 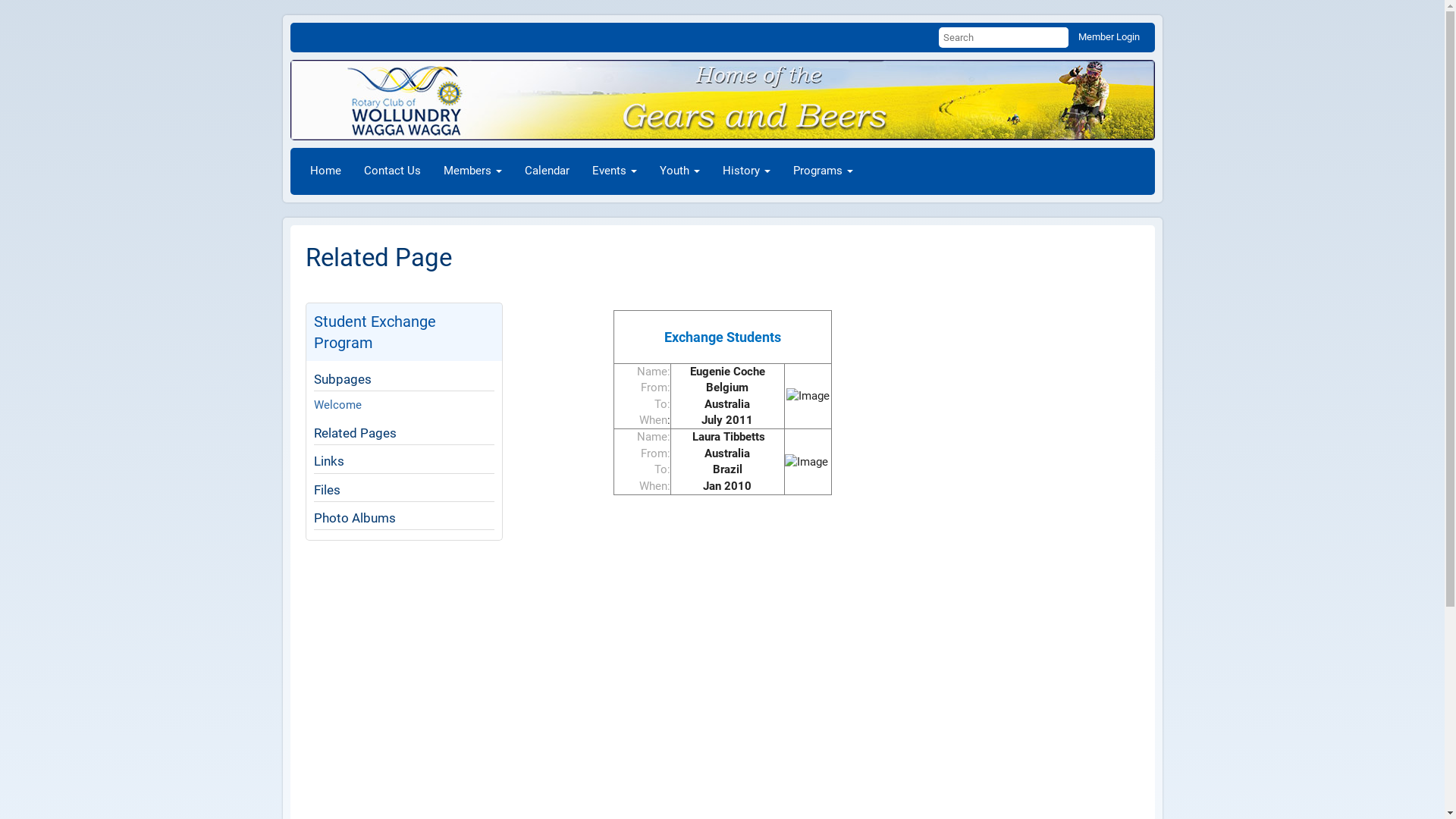 What do you see at coordinates (614, 171) in the screenshot?
I see `'Events'` at bounding box center [614, 171].